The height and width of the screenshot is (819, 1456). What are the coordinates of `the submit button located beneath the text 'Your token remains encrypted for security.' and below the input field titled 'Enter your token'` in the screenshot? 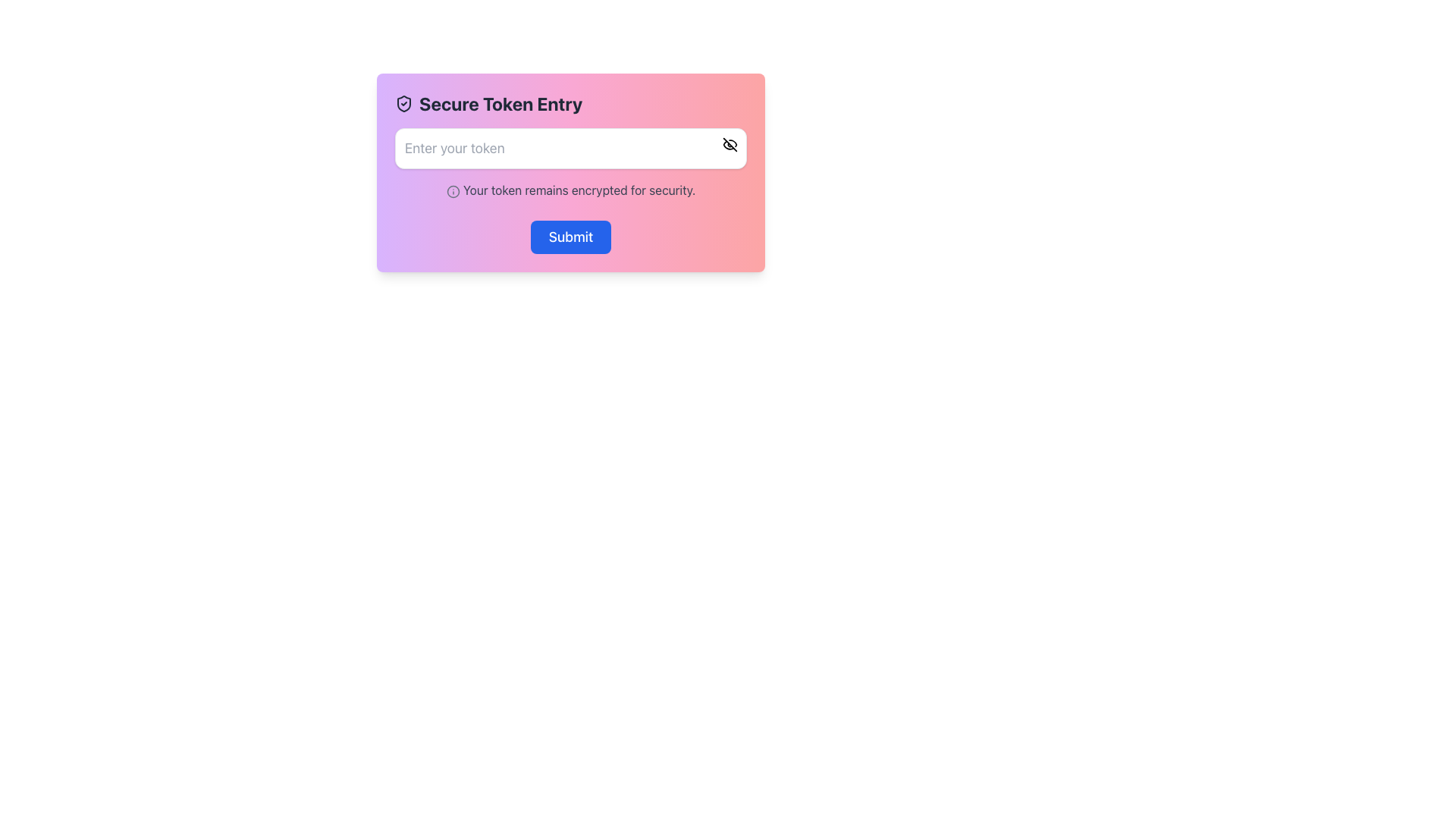 It's located at (570, 237).